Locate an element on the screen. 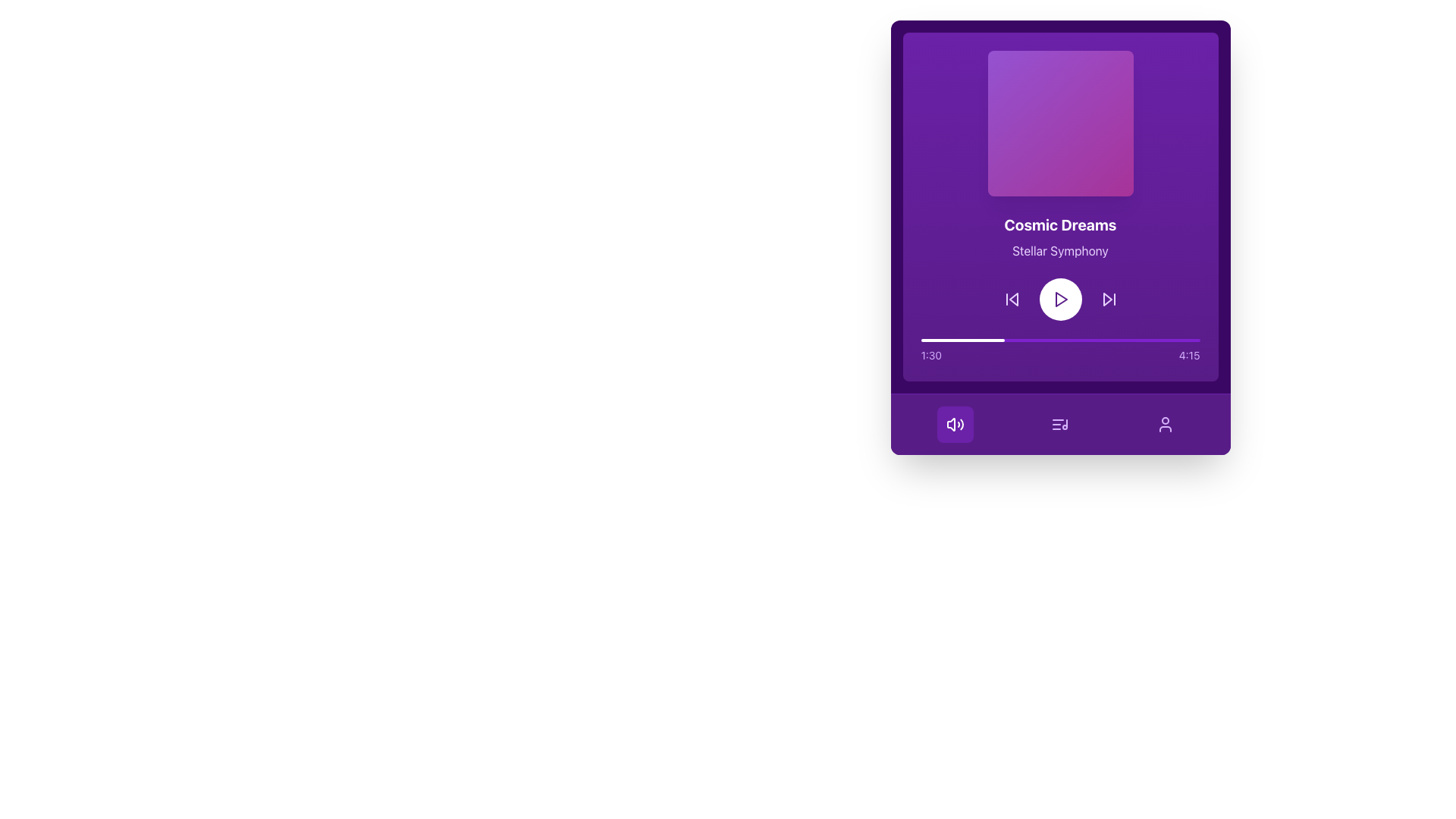  playback time is located at coordinates (1167, 339).